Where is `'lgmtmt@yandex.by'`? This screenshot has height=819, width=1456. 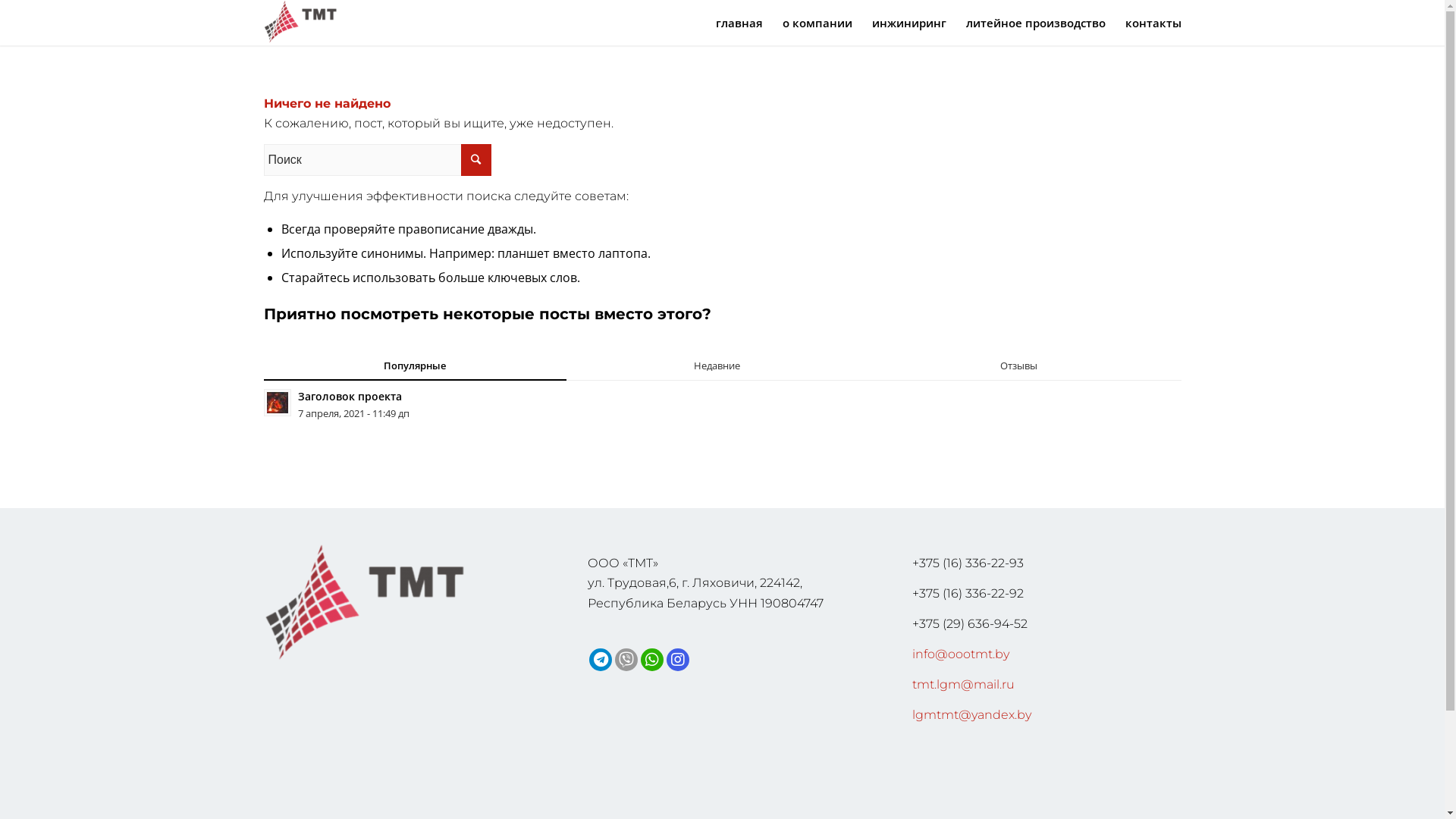 'lgmtmt@yandex.by' is located at coordinates (971, 714).